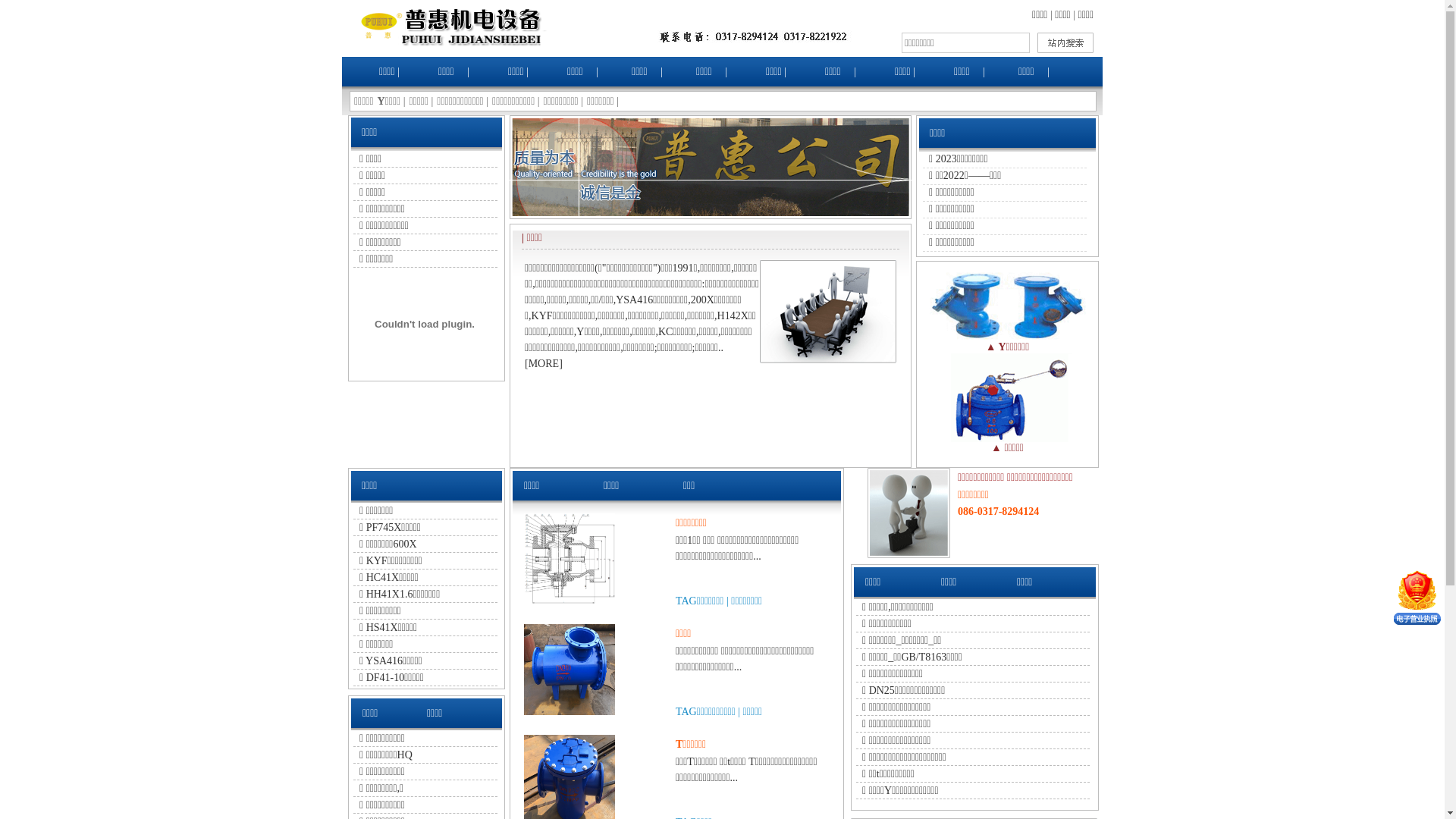 The image size is (1456, 819). What do you see at coordinates (543, 363) in the screenshot?
I see `'MORE'` at bounding box center [543, 363].